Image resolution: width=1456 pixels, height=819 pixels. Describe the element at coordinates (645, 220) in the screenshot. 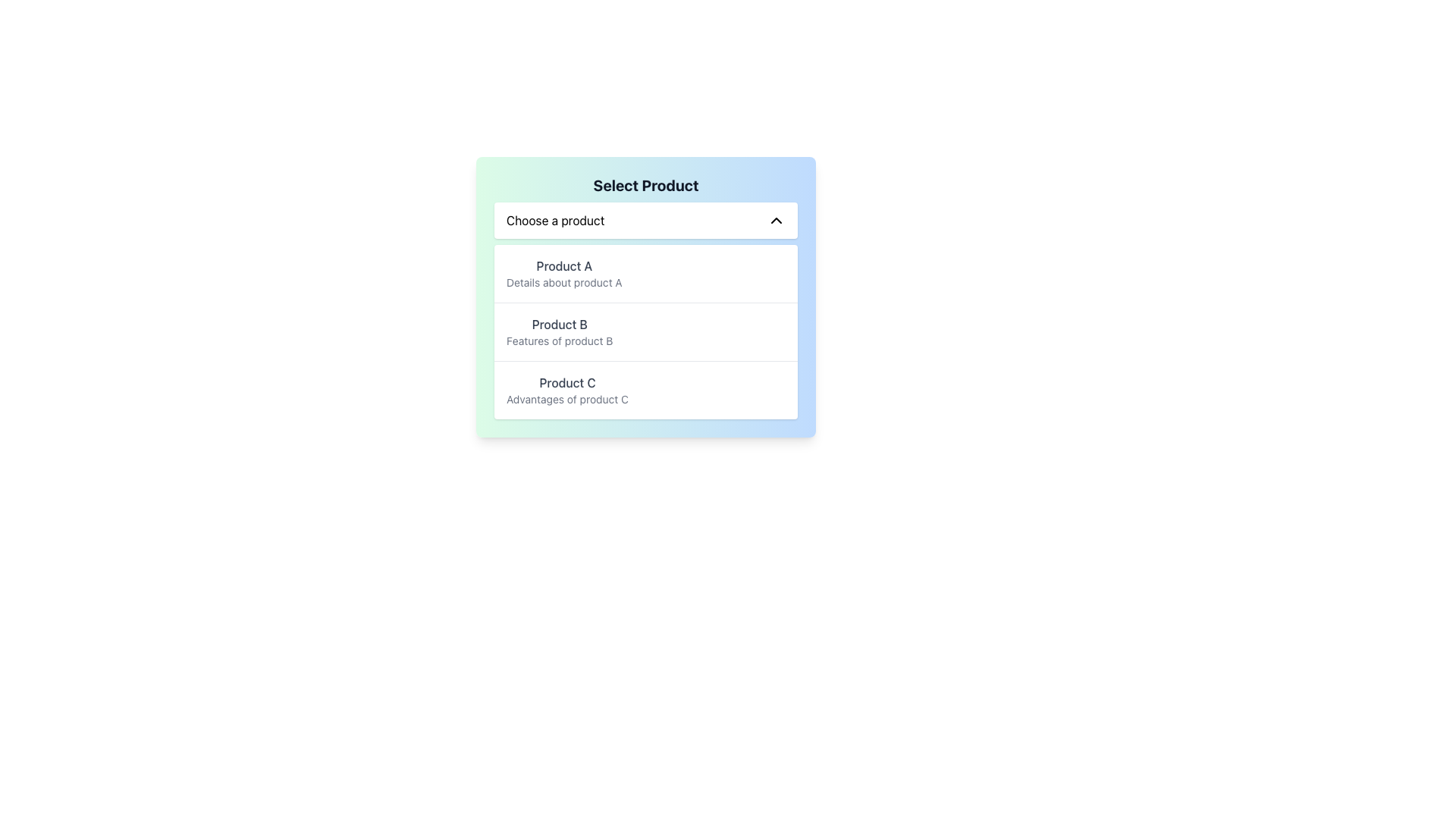

I see `the Dropdown Menu Trigger located below the title 'Select Product'` at that location.